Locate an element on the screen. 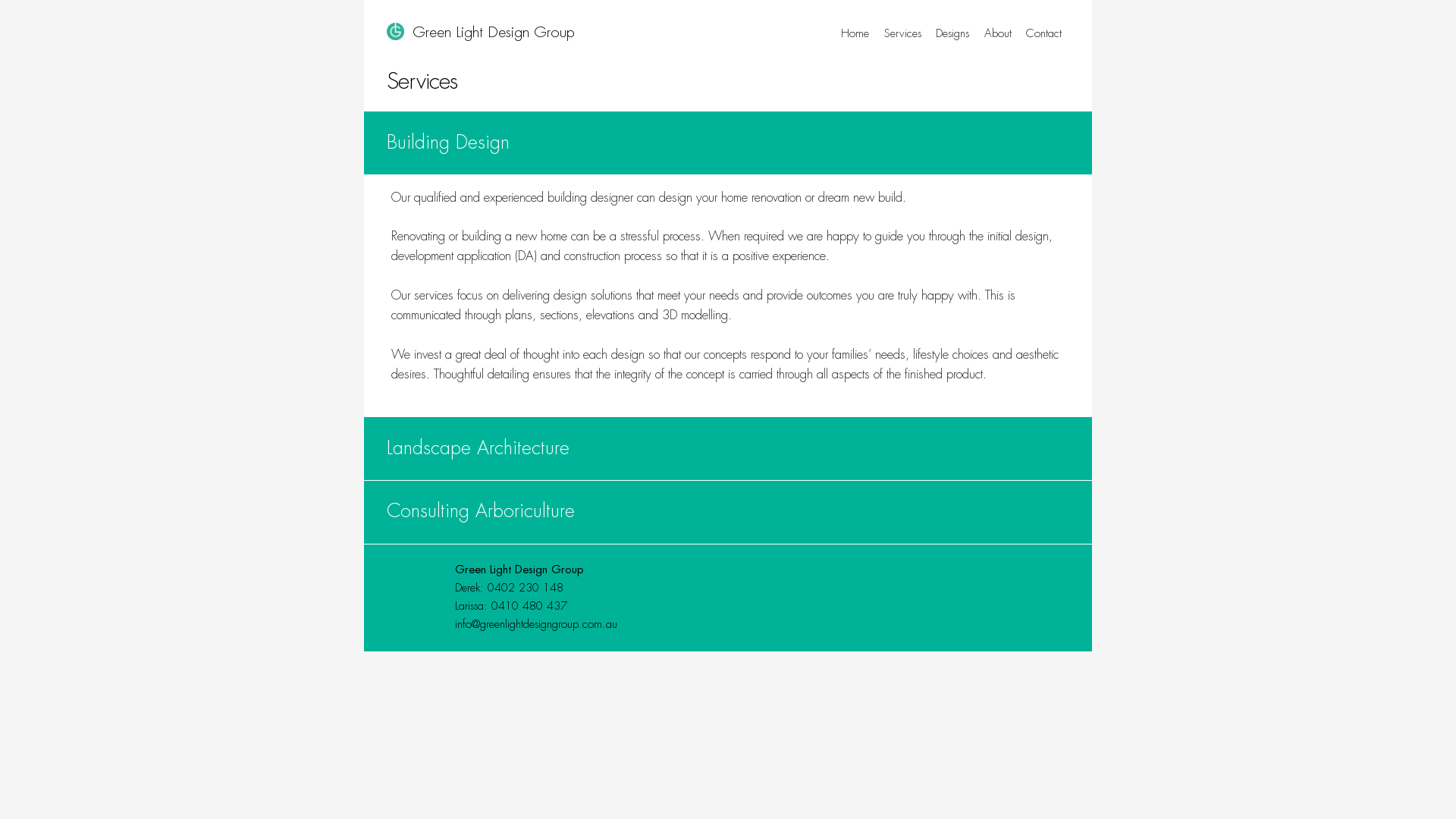 This screenshot has height=819, width=1456. 'Services' is located at coordinates (902, 34).